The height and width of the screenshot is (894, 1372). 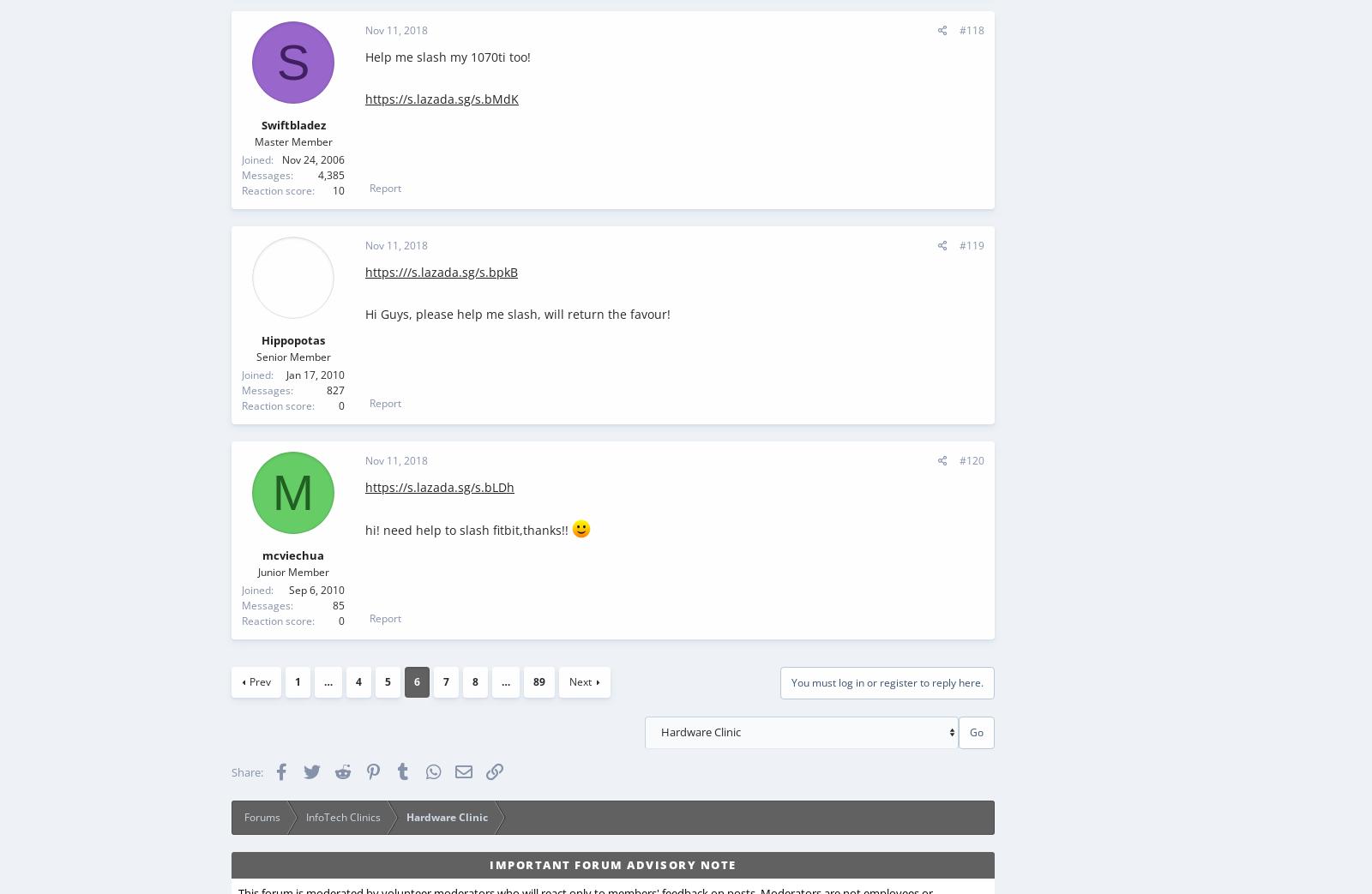 I want to click on 'Hi Guys, please help me slash, will return the favour!', so click(x=518, y=312).